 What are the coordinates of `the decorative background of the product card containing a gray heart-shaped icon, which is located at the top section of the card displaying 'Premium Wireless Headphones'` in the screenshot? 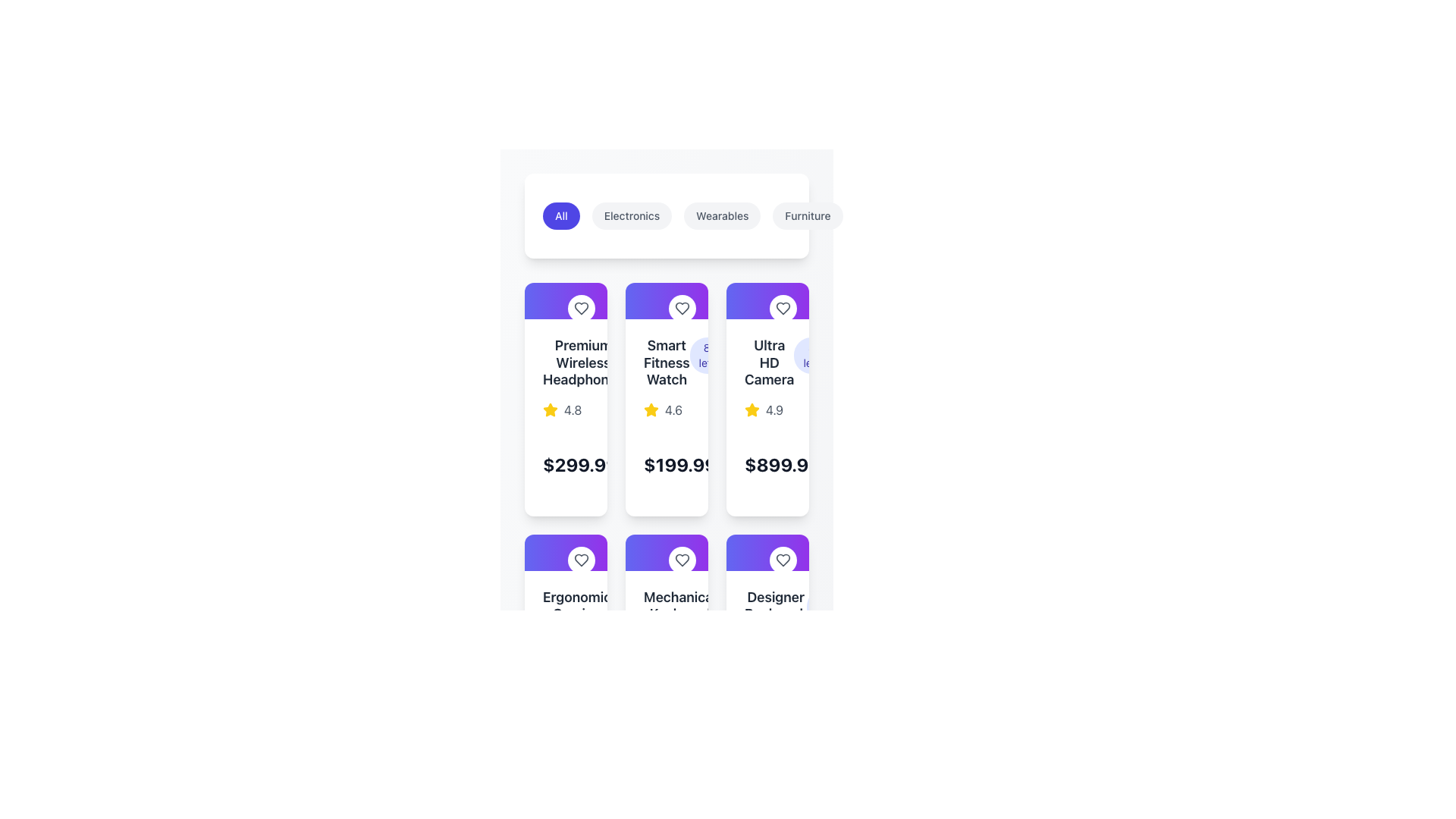 It's located at (565, 301).